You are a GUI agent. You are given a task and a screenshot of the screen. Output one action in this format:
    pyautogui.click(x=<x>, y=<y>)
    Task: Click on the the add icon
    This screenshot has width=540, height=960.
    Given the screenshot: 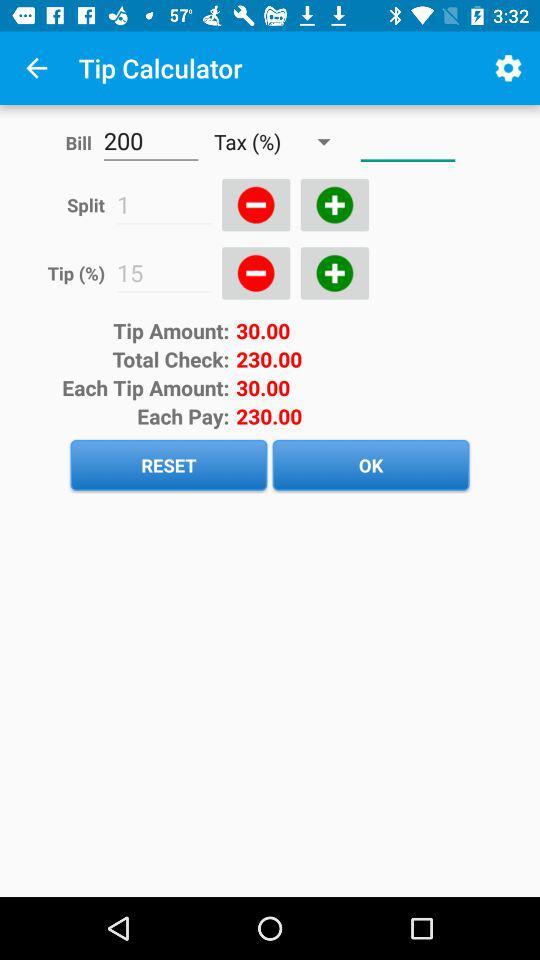 What is the action you would take?
    pyautogui.click(x=334, y=205)
    